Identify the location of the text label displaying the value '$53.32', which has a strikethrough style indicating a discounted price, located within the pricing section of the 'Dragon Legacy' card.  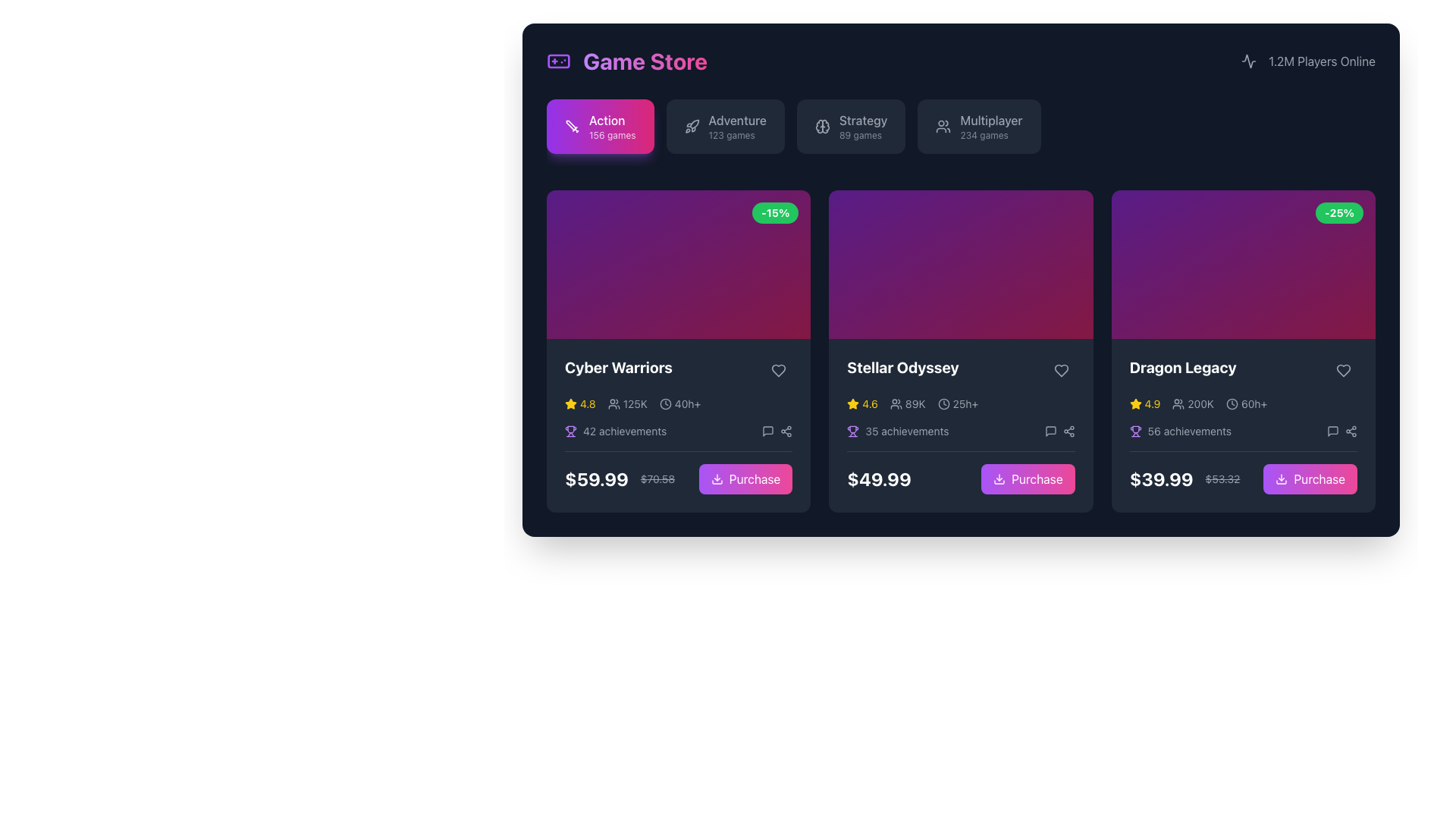
(1222, 479).